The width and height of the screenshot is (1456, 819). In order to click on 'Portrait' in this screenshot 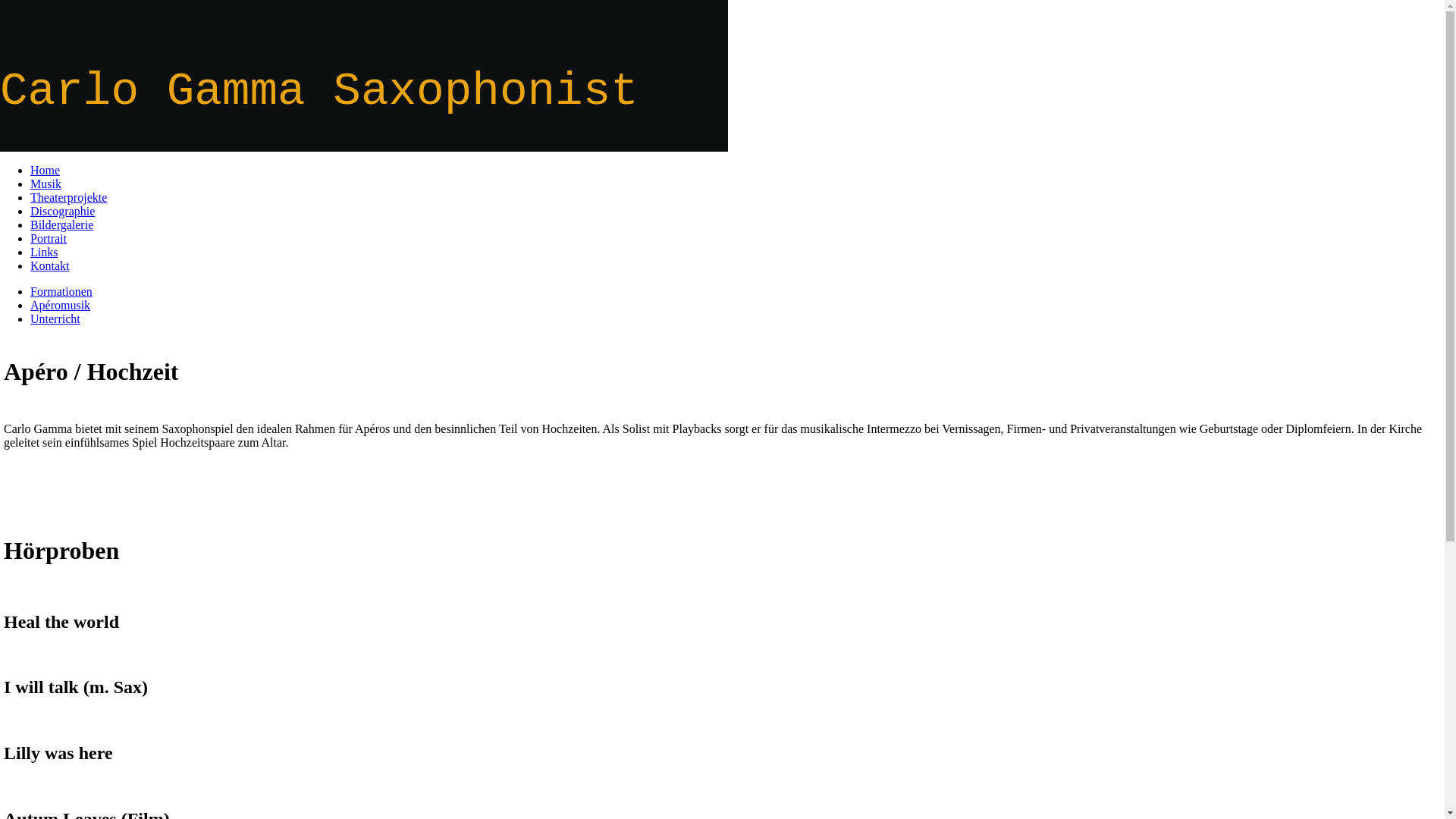, I will do `click(48, 238)`.